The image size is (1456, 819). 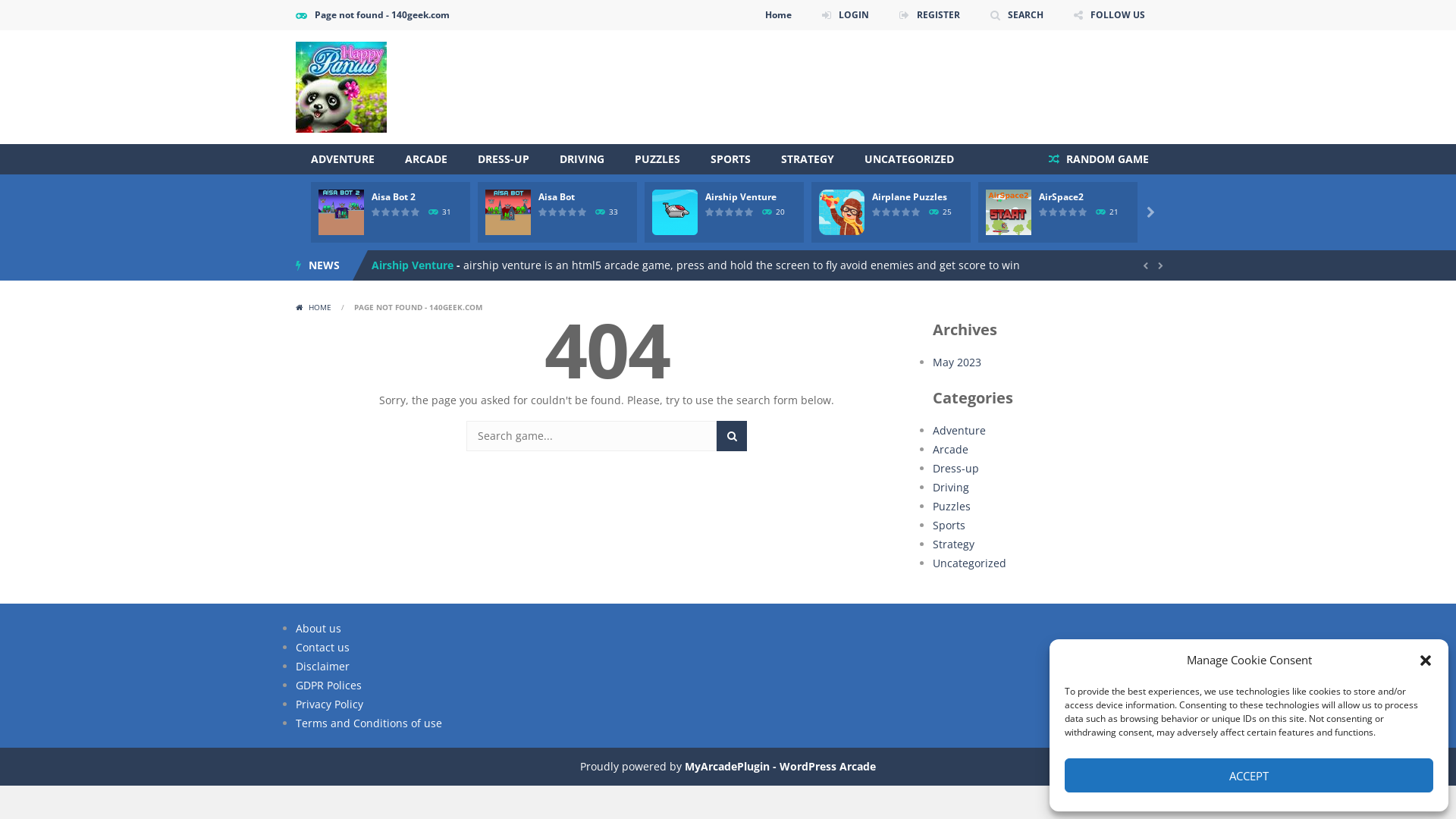 I want to click on 'Strategy', so click(x=952, y=543).